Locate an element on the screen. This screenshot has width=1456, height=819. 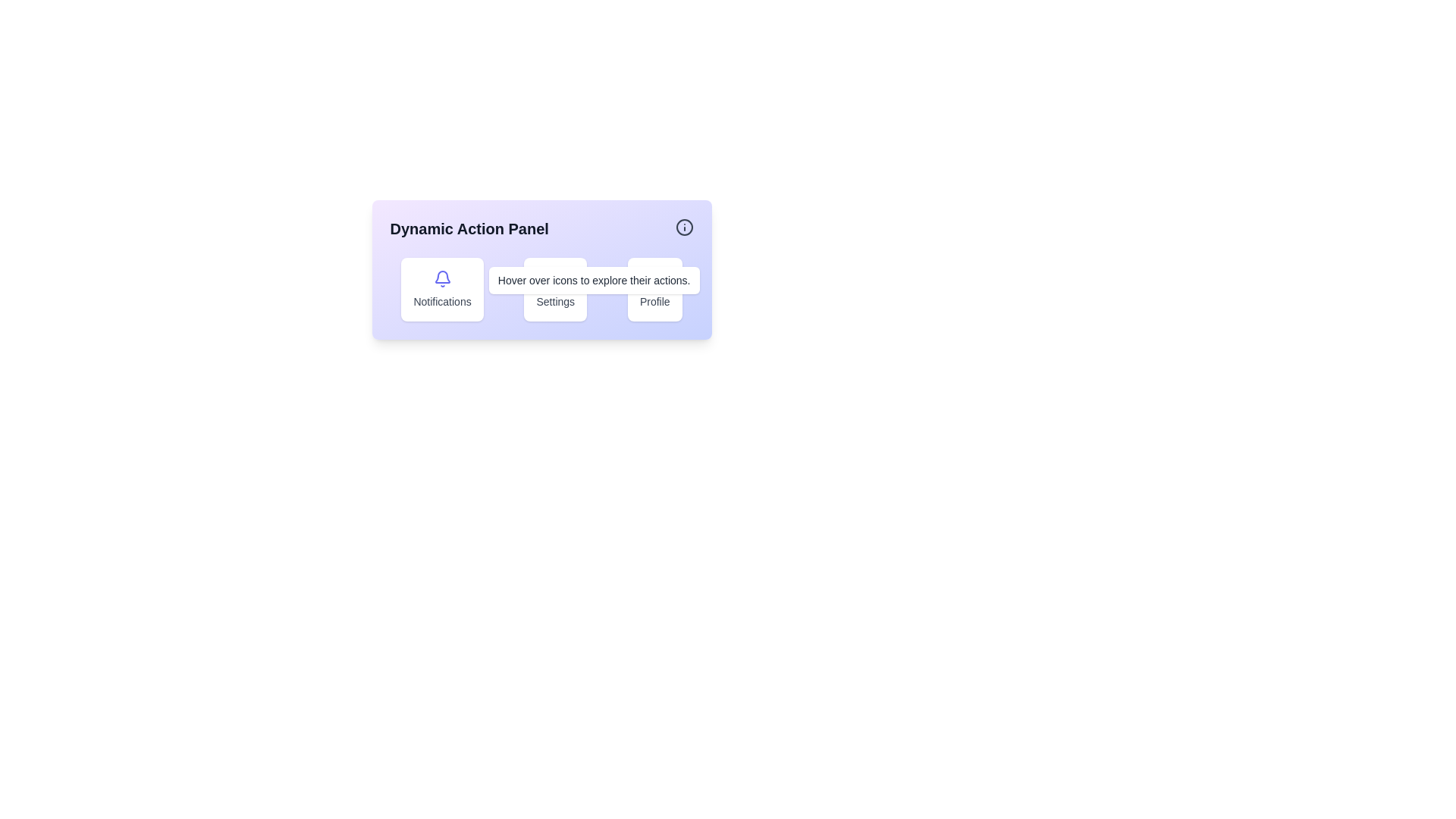
the information displayed in the tooltip with black background and white text reading 'Detail of Settings', positioned above the 'Settings' button is located at coordinates (554, 253).